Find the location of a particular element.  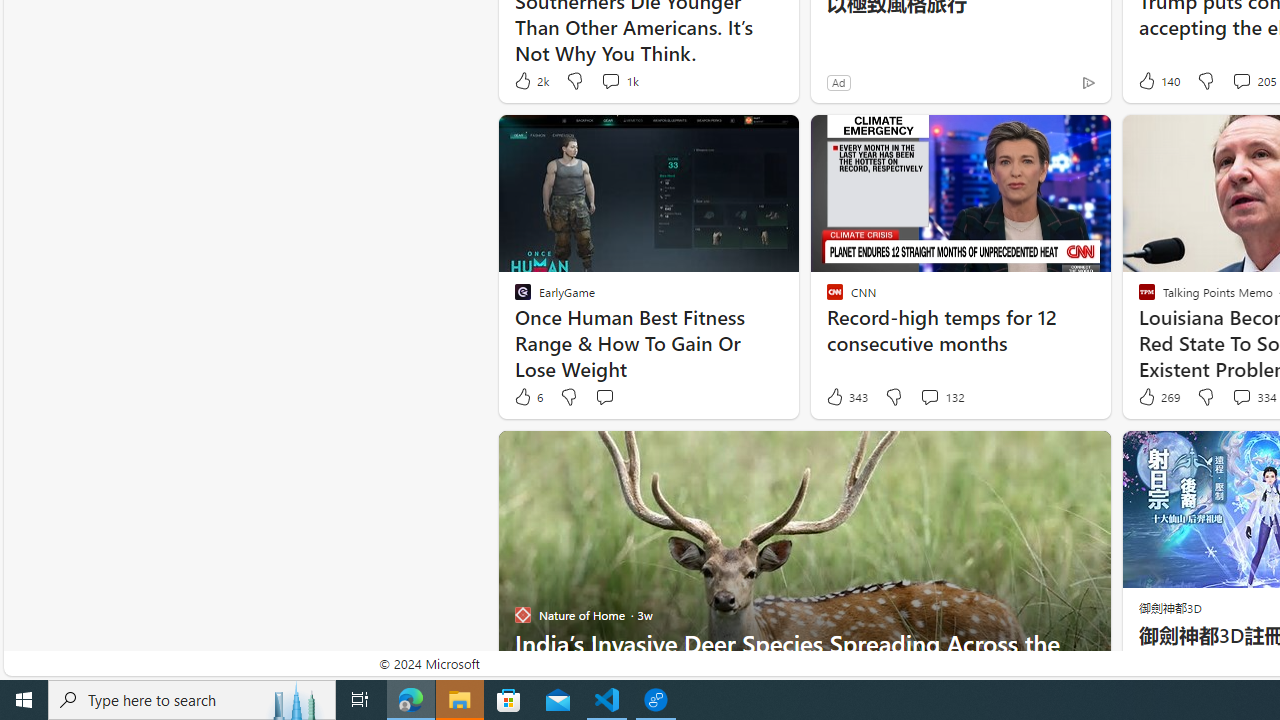

'269 Like' is located at coordinates (1157, 397).